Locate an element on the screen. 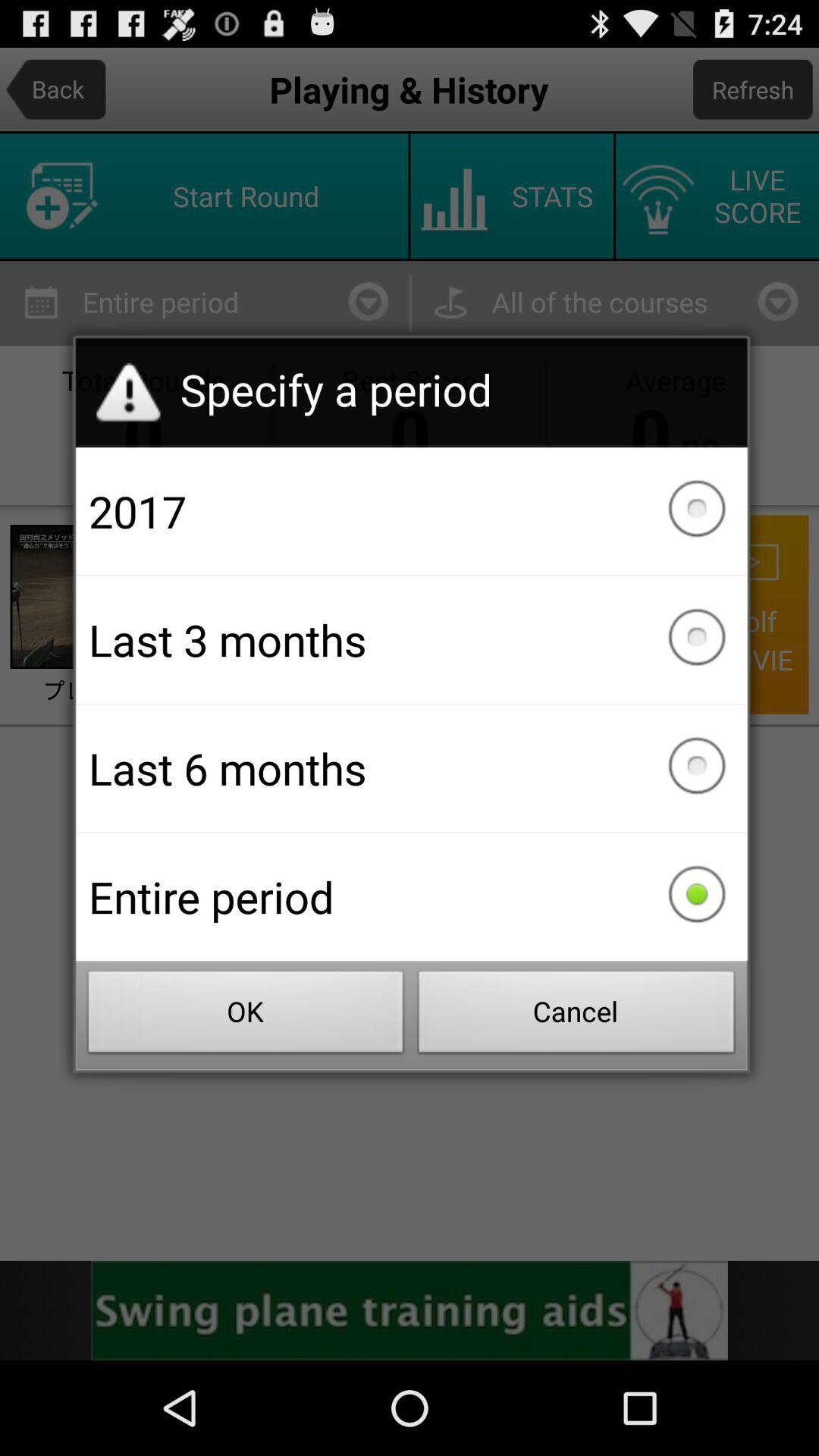 The height and width of the screenshot is (1456, 819). the button to the right of the ok is located at coordinates (576, 1016).